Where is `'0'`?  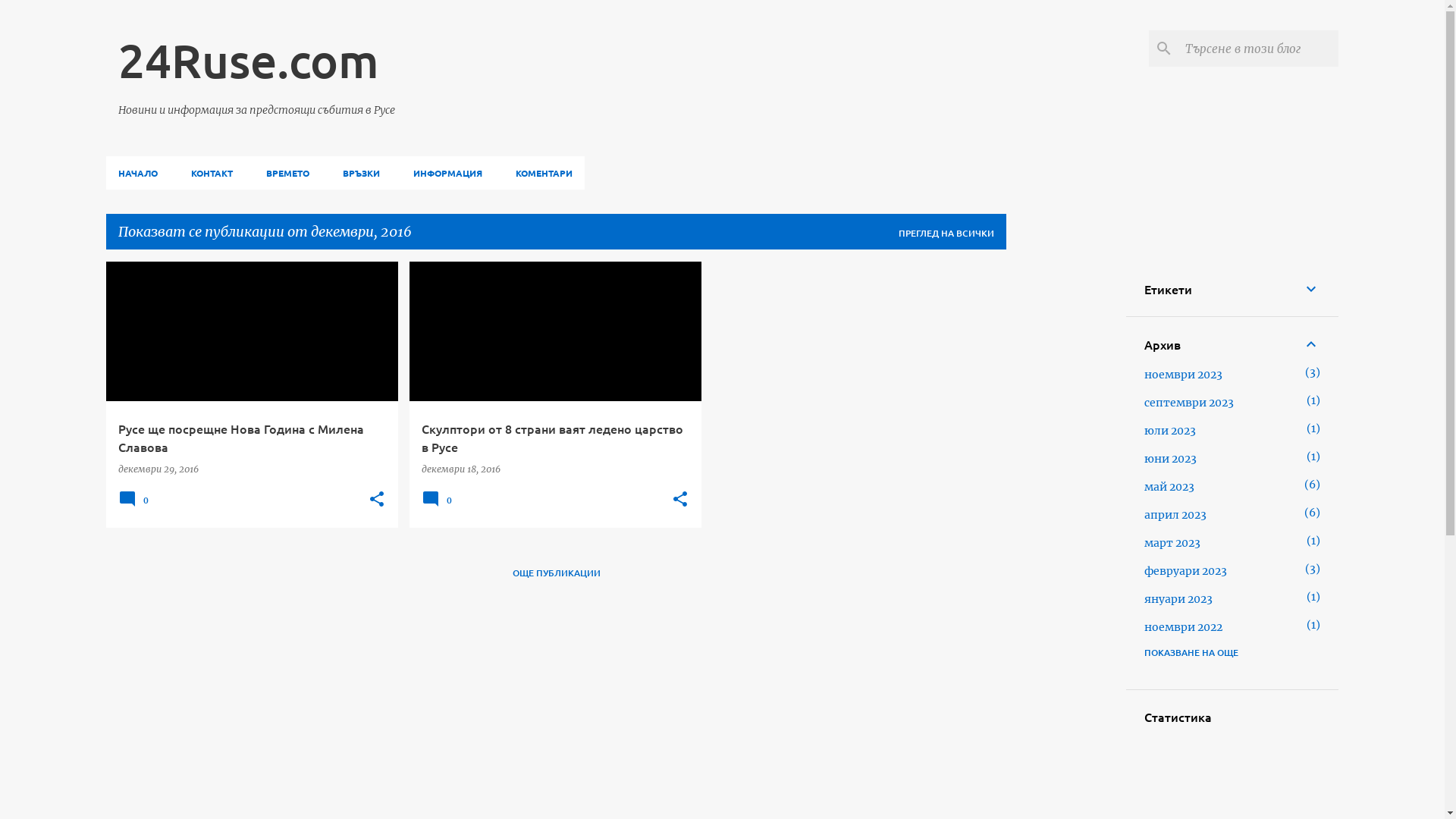
'0' is located at coordinates (135, 504).